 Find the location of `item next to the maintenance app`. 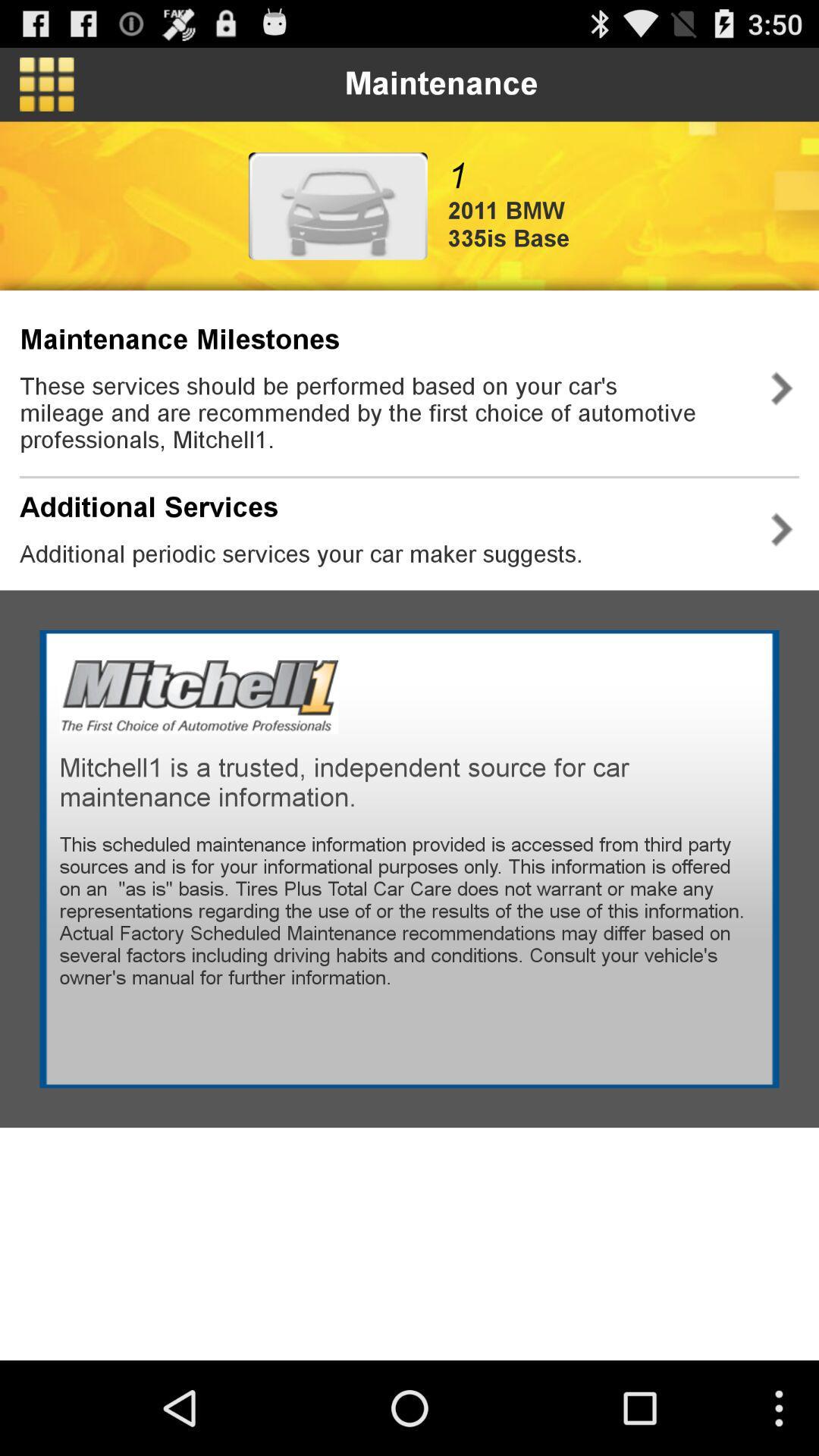

item next to the maintenance app is located at coordinates (45, 83).